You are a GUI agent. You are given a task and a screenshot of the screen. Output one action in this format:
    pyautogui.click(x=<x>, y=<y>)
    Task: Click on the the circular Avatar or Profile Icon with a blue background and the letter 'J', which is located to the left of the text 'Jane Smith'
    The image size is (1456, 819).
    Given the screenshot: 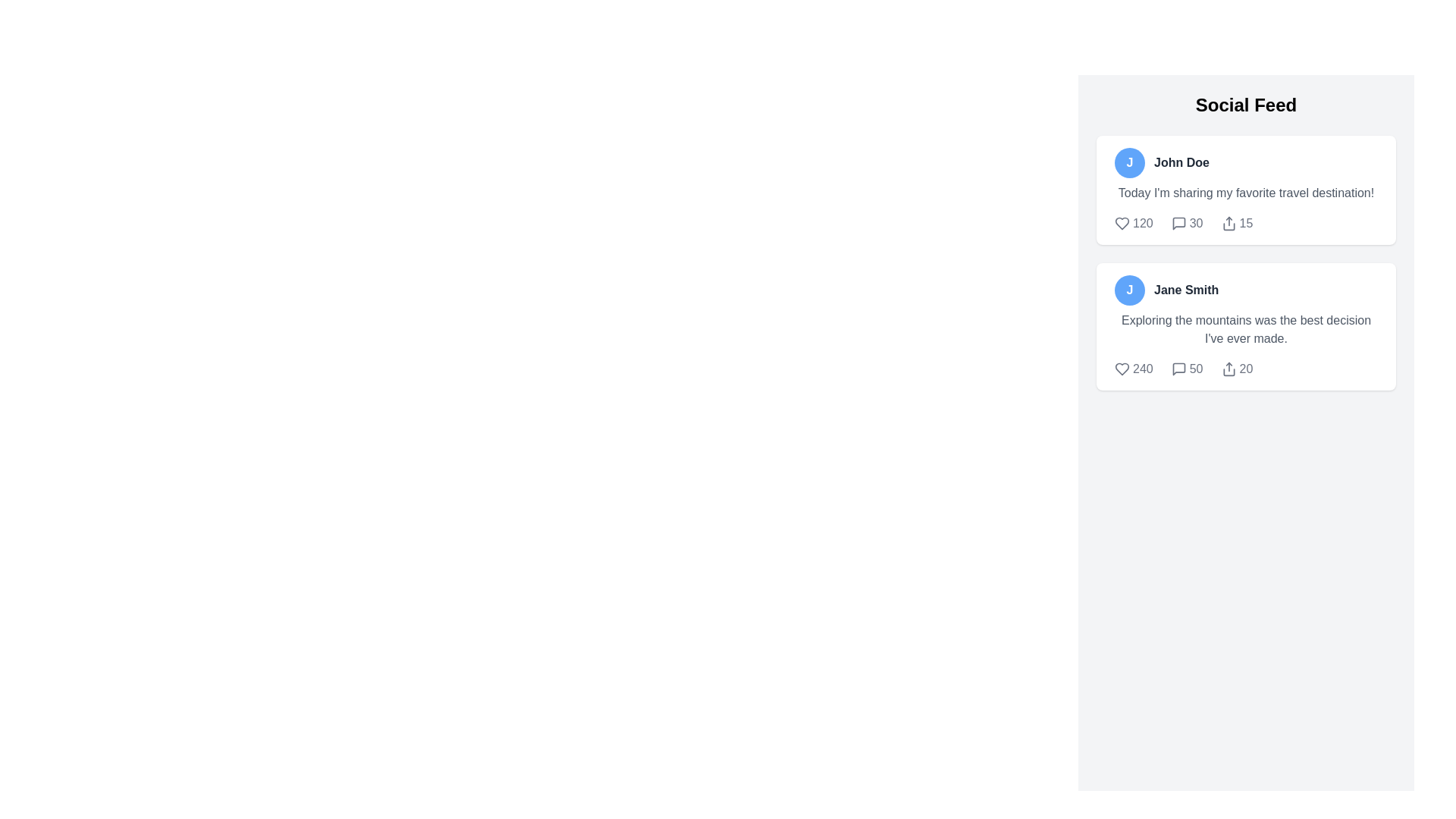 What is the action you would take?
    pyautogui.click(x=1129, y=290)
    